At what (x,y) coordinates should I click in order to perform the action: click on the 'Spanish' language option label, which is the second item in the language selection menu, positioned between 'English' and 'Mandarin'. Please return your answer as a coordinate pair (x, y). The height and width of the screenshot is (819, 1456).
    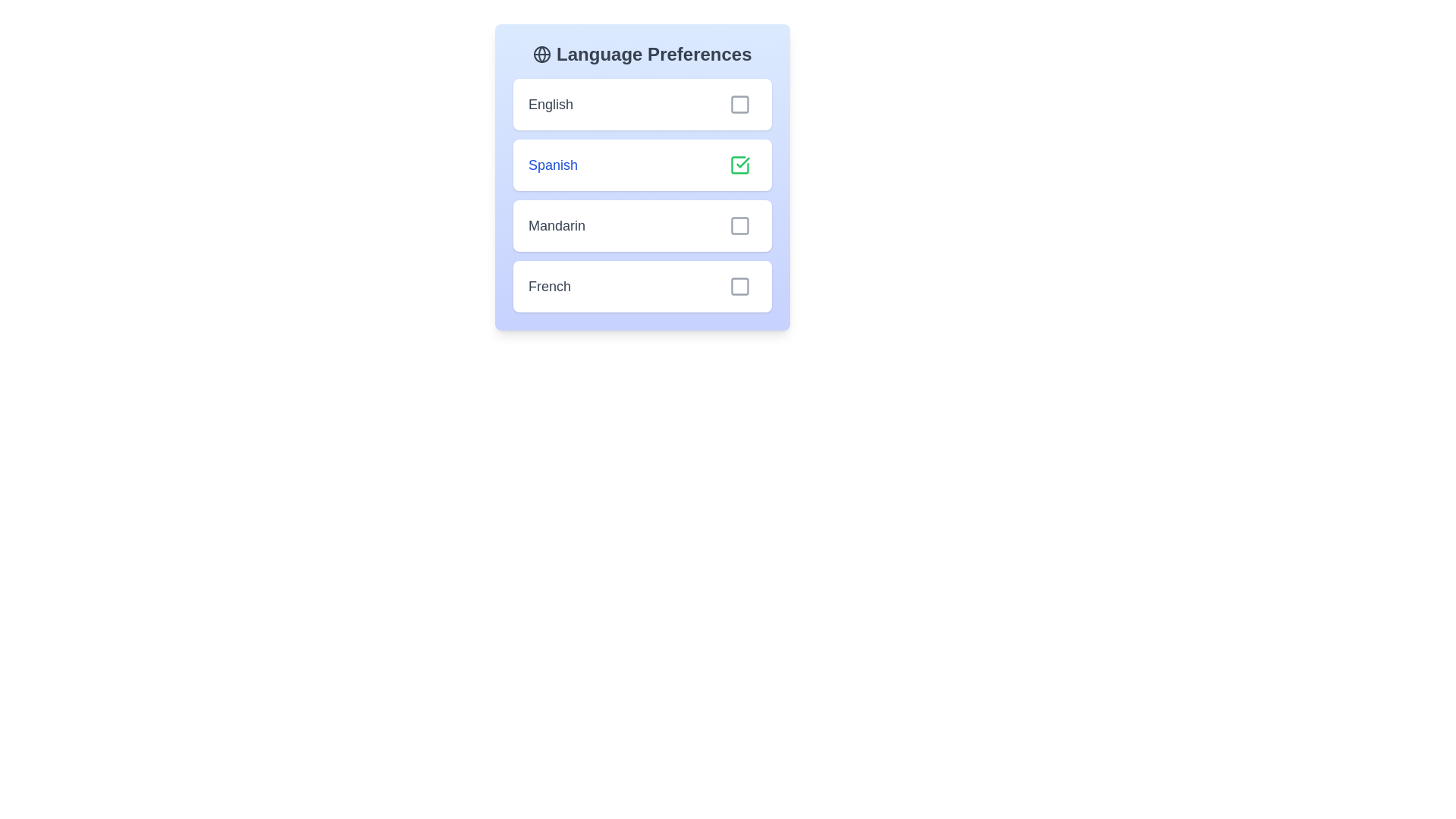
    Looking at the image, I should click on (552, 165).